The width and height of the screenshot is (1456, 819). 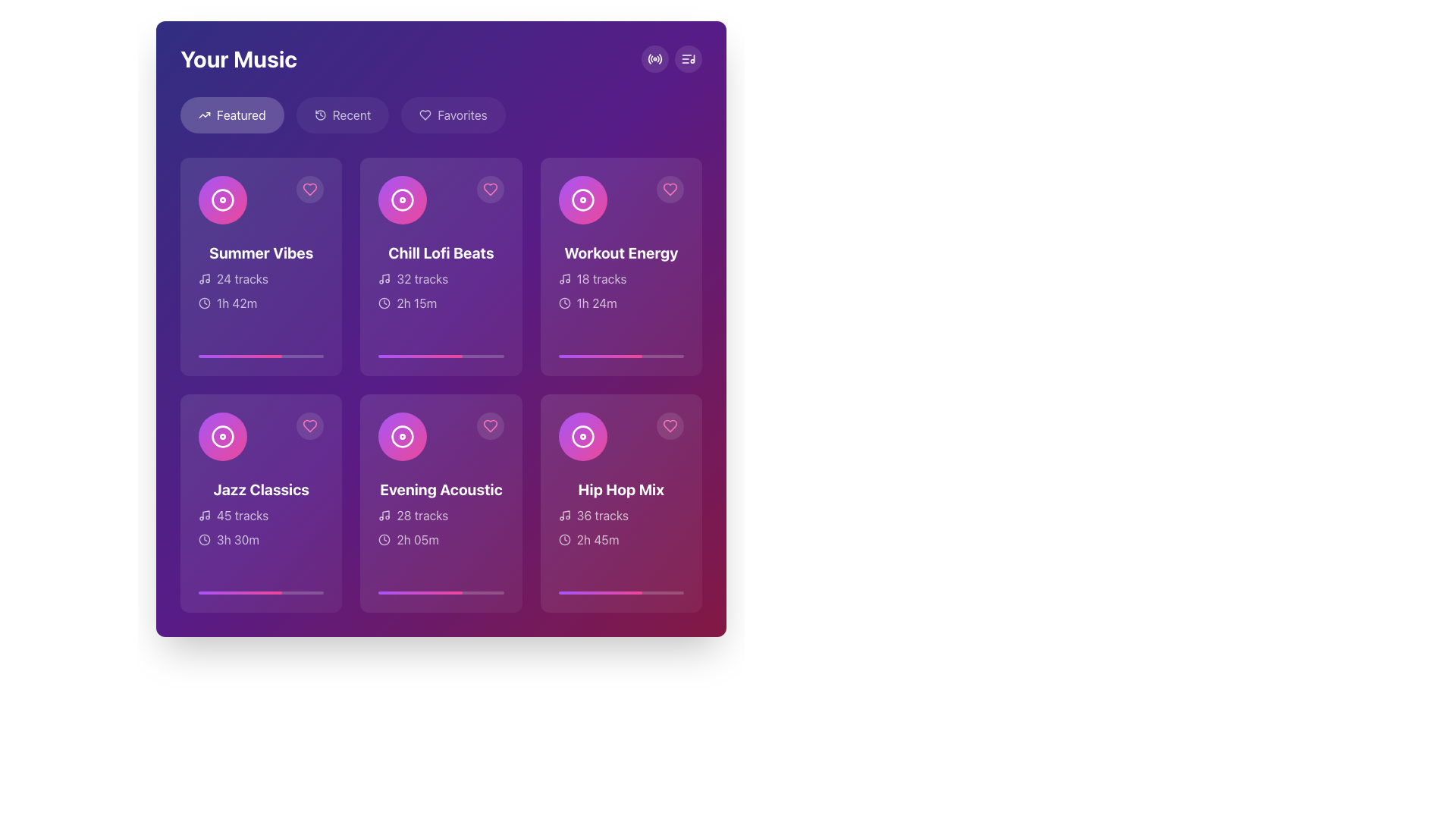 What do you see at coordinates (669, 426) in the screenshot?
I see `the heart icon button located in the top-right corner of the bottom-right card representing the 'Hip Hop Mix' music collection for navigation` at bounding box center [669, 426].